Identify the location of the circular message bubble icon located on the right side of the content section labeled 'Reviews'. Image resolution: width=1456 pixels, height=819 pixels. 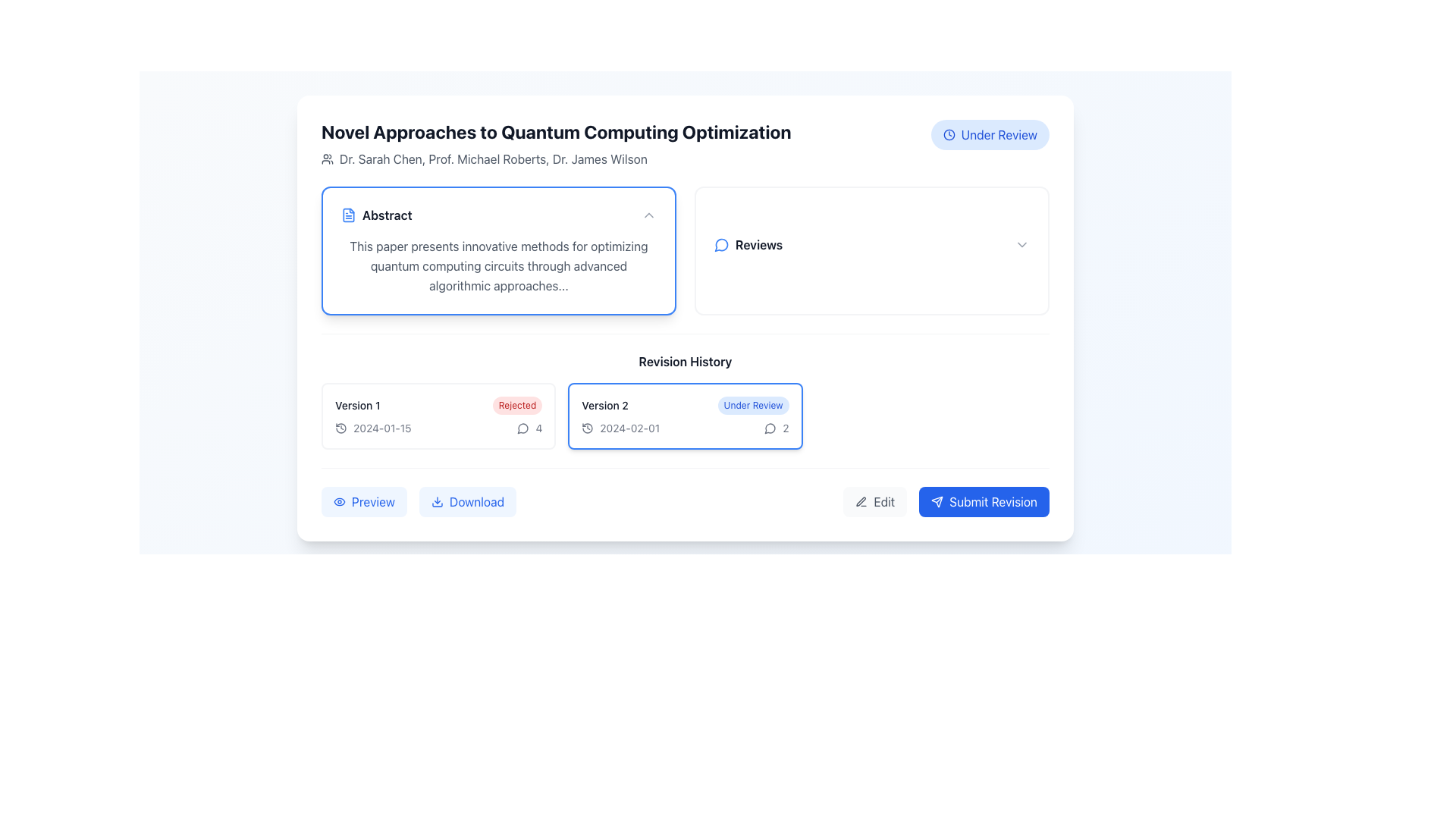
(523, 428).